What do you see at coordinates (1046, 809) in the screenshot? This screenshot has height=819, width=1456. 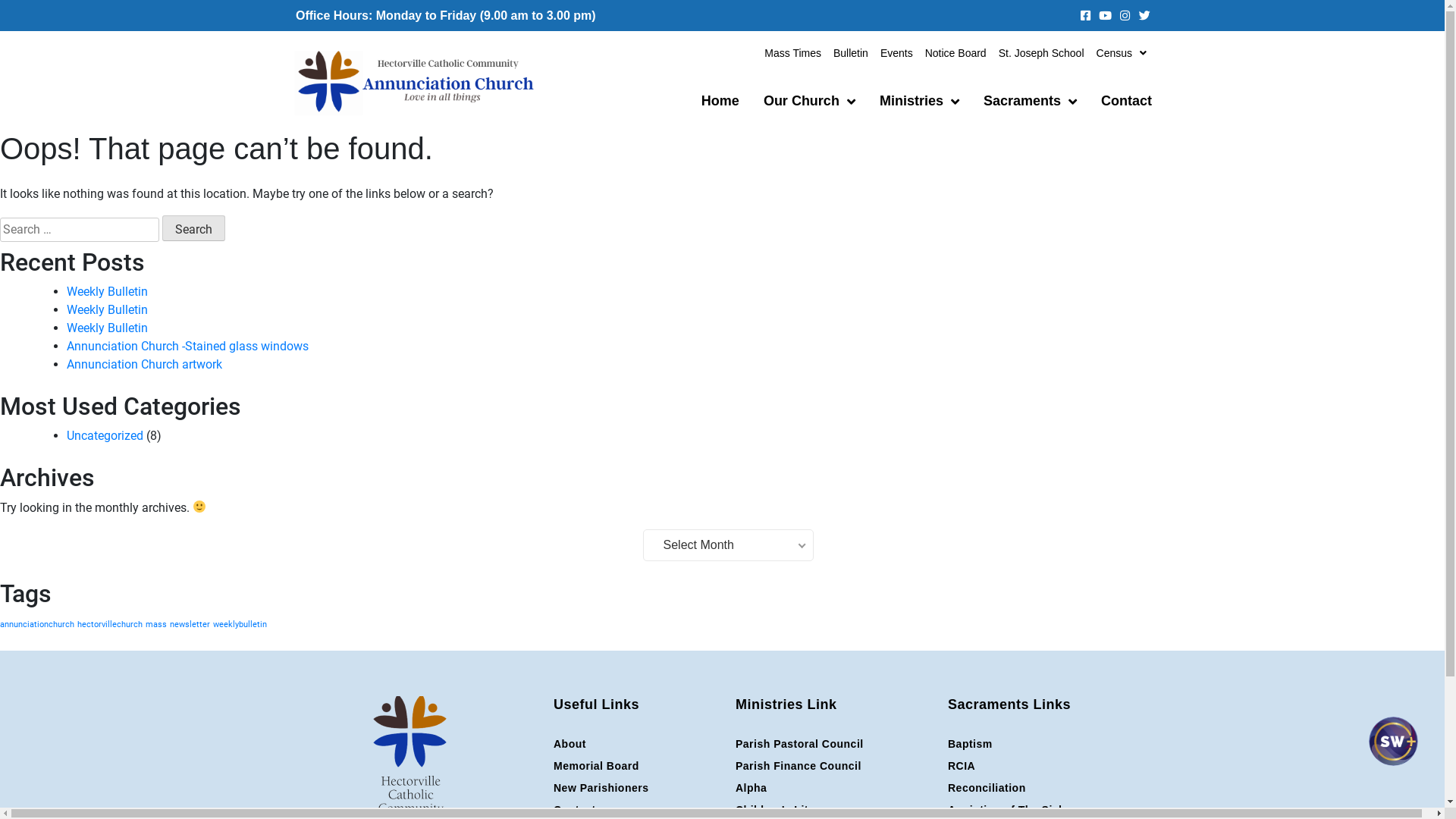 I see `'Anointing of The Sick'` at bounding box center [1046, 809].